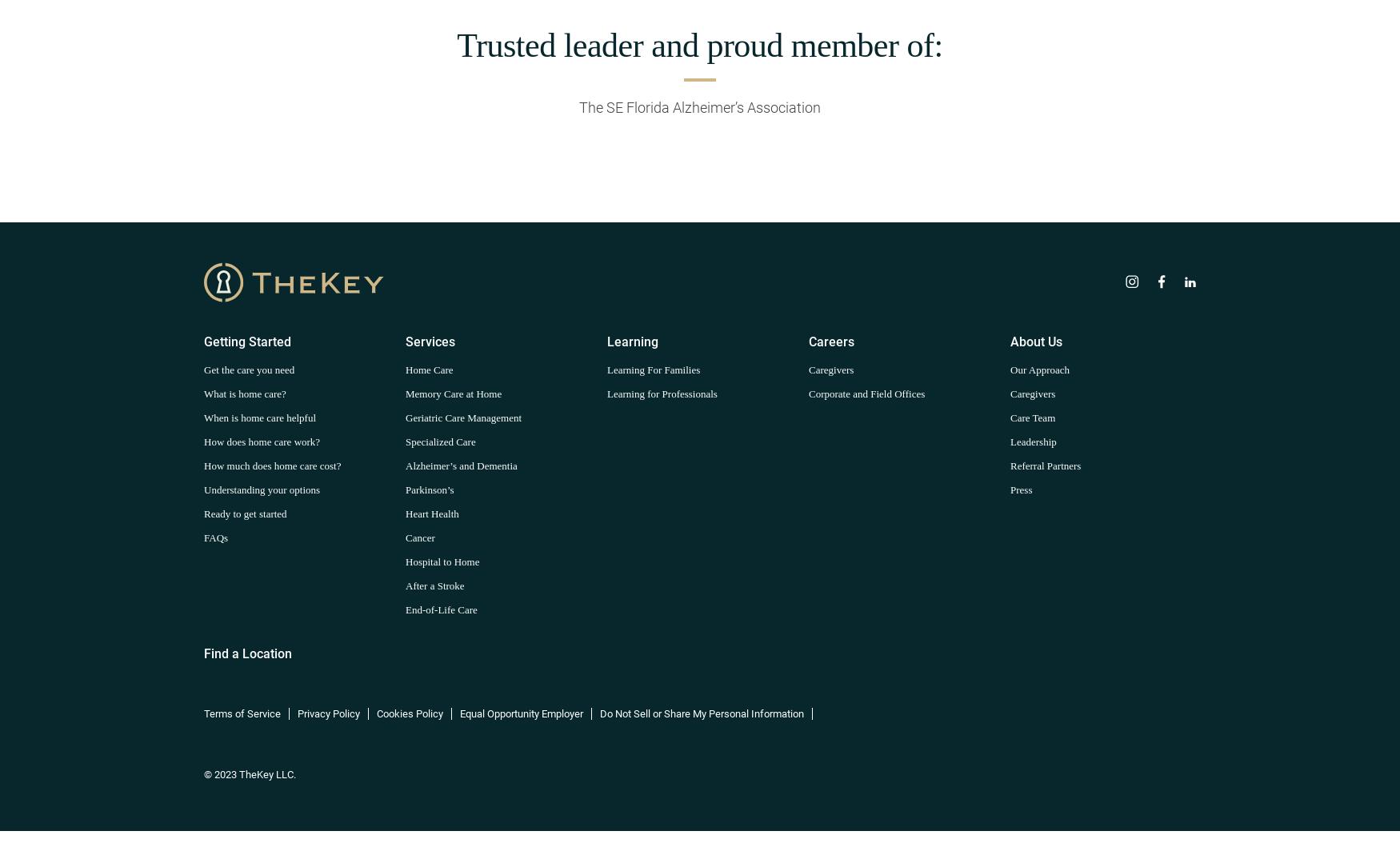 The image size is (1400, 855). What do you see at coordinates (328, 712) in the screenshot?
I see `'Privacy Policy'` at bounding box center [328, 712].